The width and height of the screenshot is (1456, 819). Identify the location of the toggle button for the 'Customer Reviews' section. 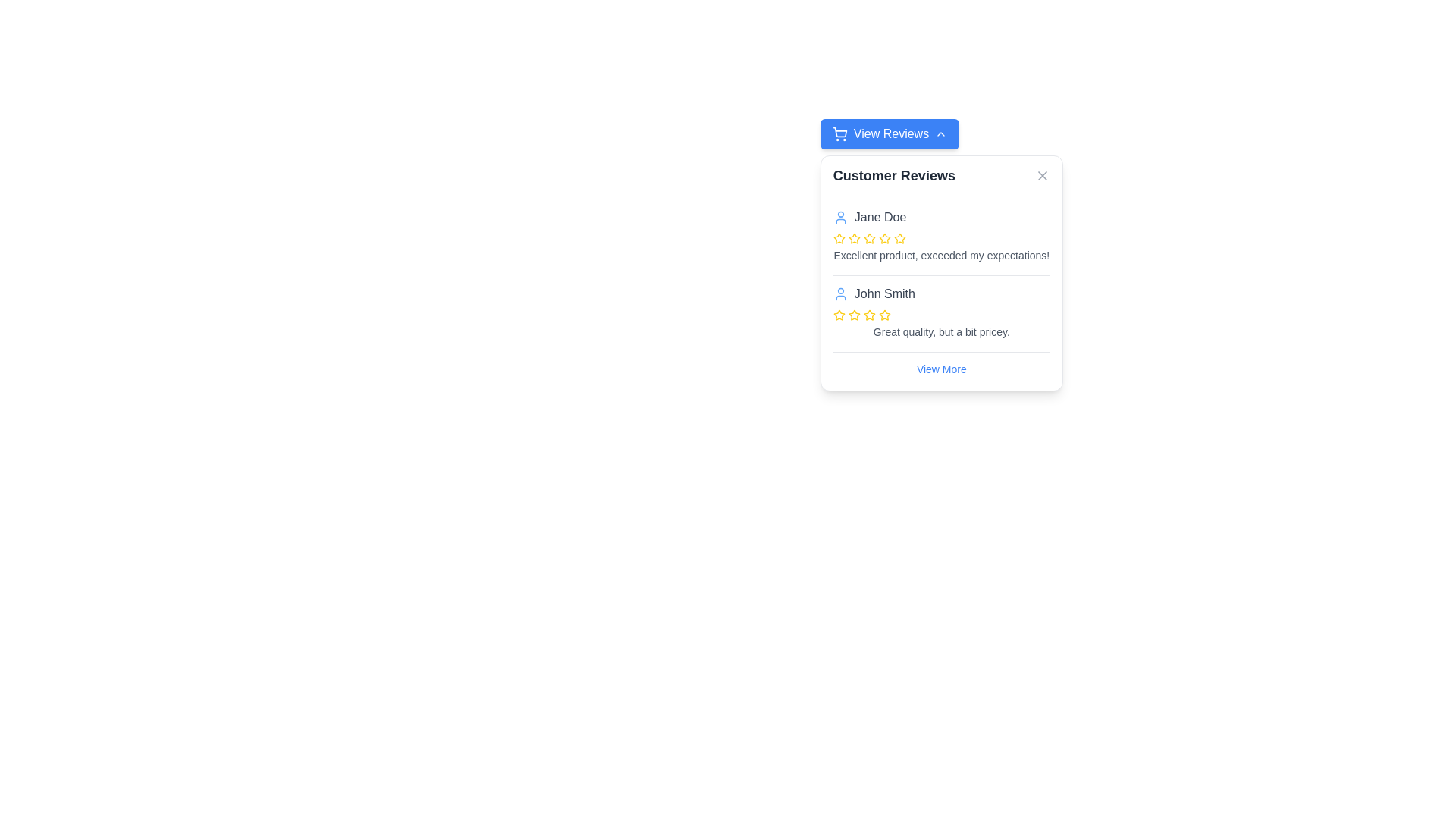
(890, 133).